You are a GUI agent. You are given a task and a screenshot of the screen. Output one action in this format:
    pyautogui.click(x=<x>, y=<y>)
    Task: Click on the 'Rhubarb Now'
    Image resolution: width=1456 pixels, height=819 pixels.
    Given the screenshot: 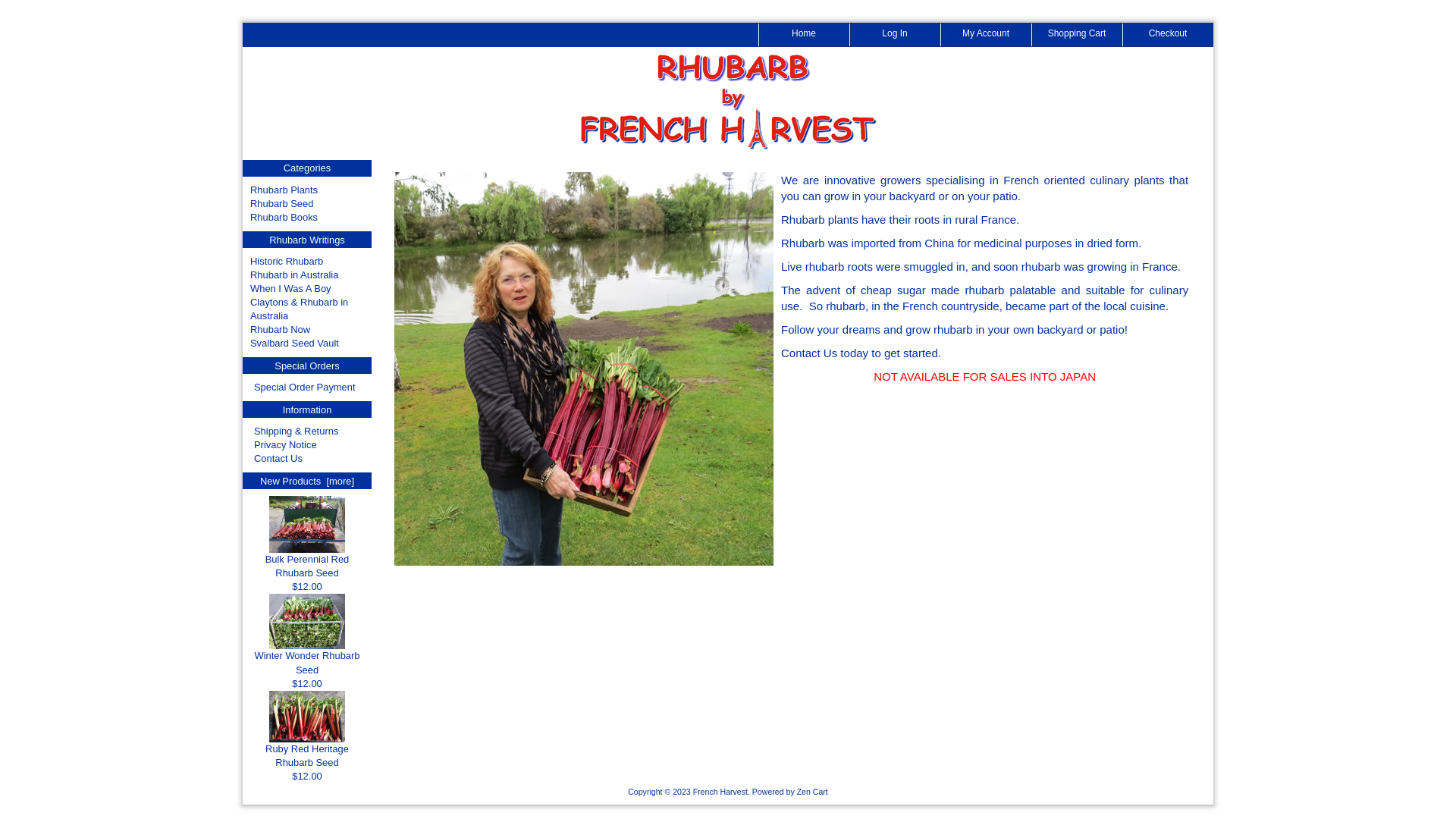 What is the action you would take?
    pyautogui.click(x=280, y=328)
    